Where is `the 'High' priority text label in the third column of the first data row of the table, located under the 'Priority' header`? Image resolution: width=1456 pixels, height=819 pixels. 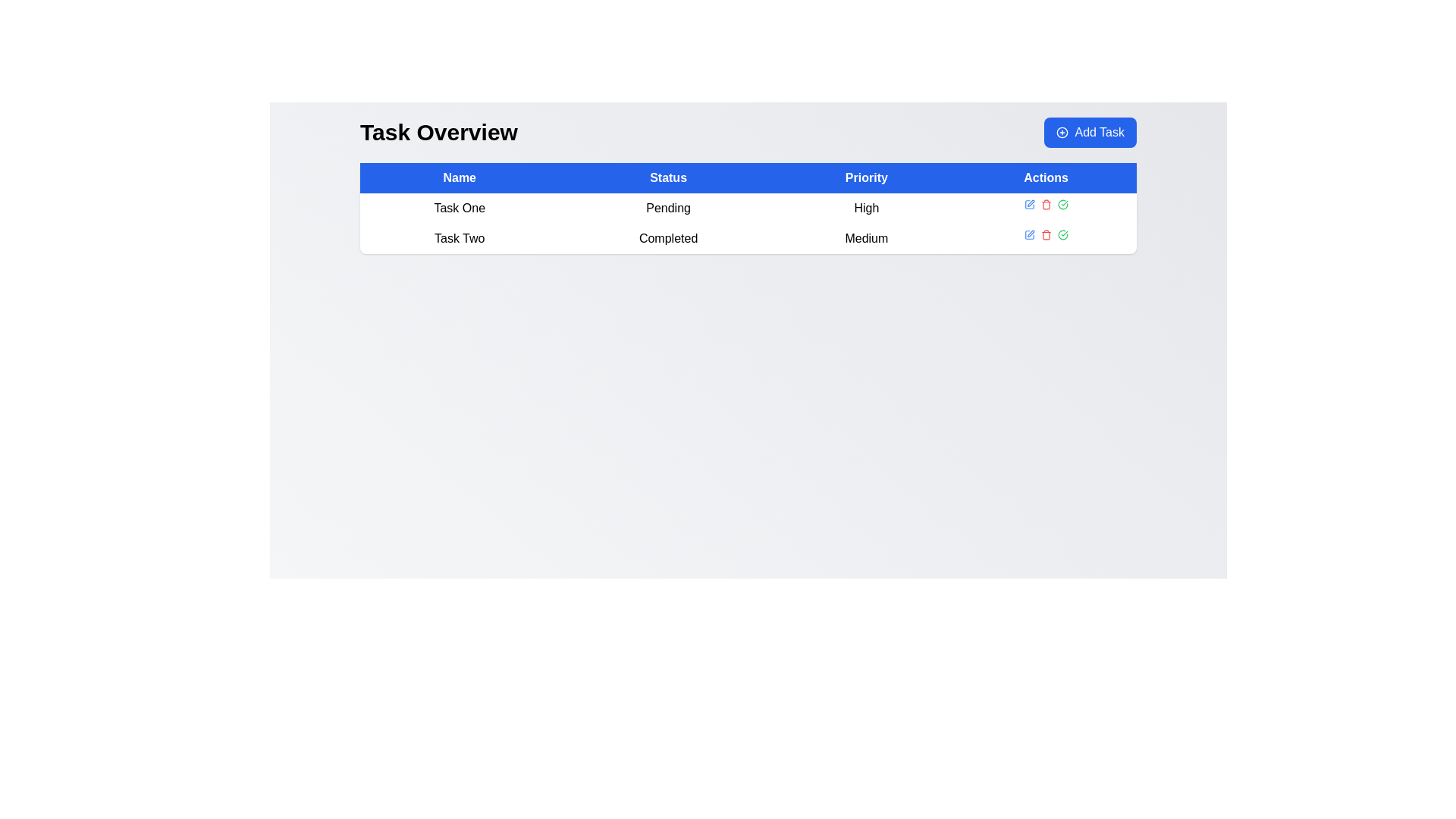 the 'High' priority text label in the third column of the first data row of the table, located under the 'Priority' header is located at coordinates (866, 208).